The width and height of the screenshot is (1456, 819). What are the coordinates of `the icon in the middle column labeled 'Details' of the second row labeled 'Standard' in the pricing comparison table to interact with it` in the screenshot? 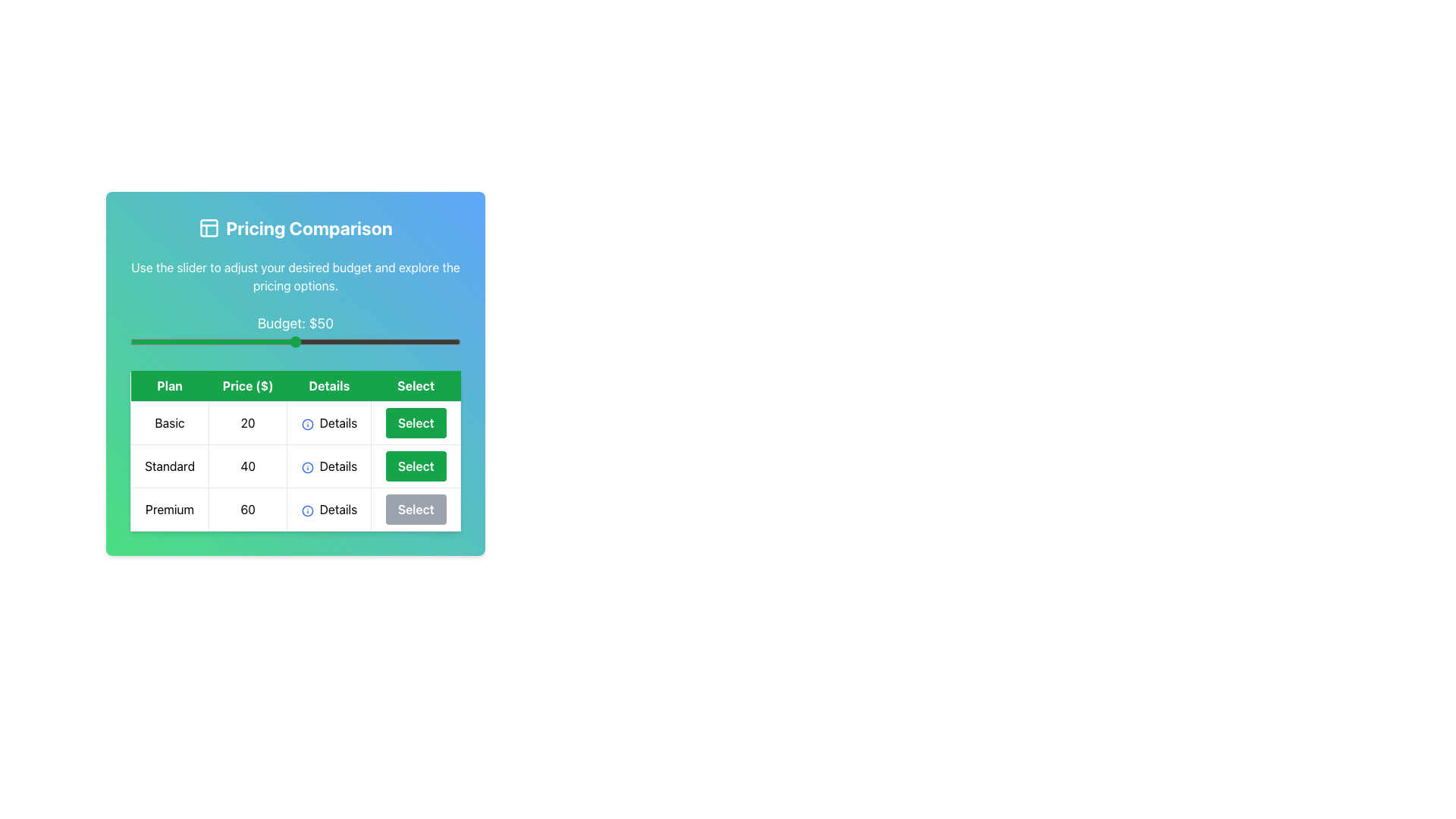 It's located at (306, 466).